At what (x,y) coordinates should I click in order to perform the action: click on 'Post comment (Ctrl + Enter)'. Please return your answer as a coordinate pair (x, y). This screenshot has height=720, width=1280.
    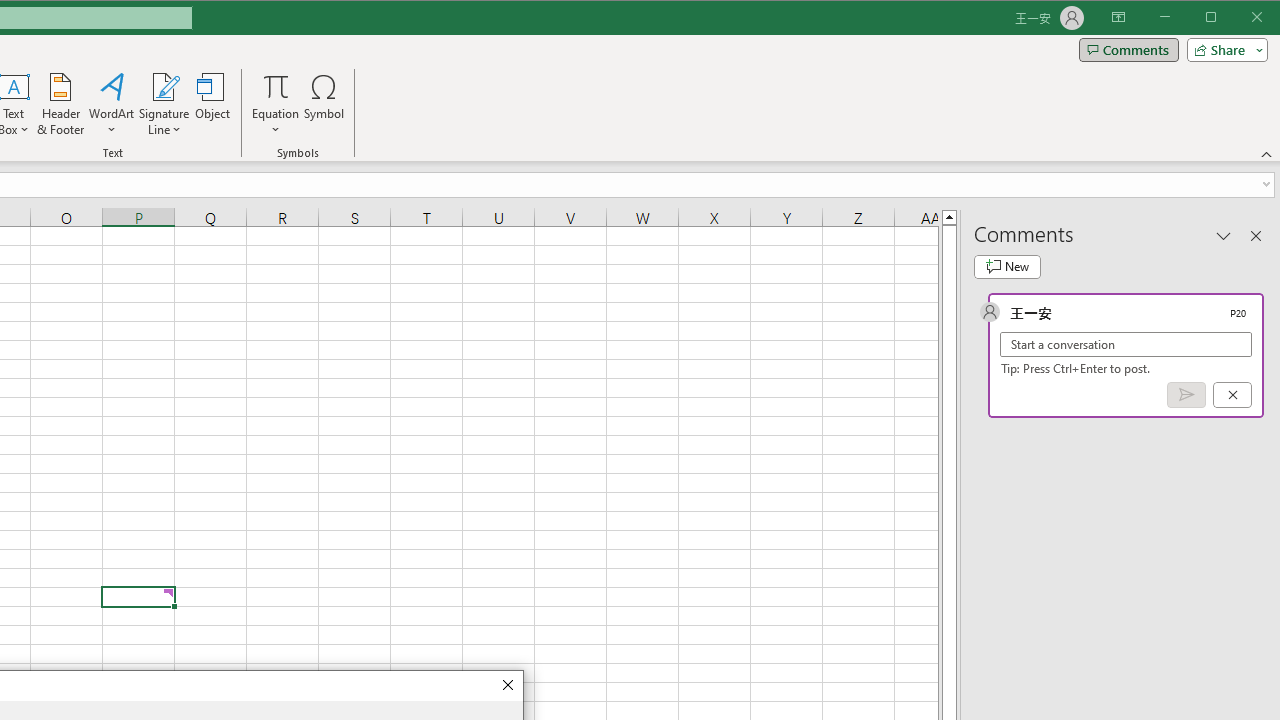
    Looking at the image, I should click on (1186, 395).